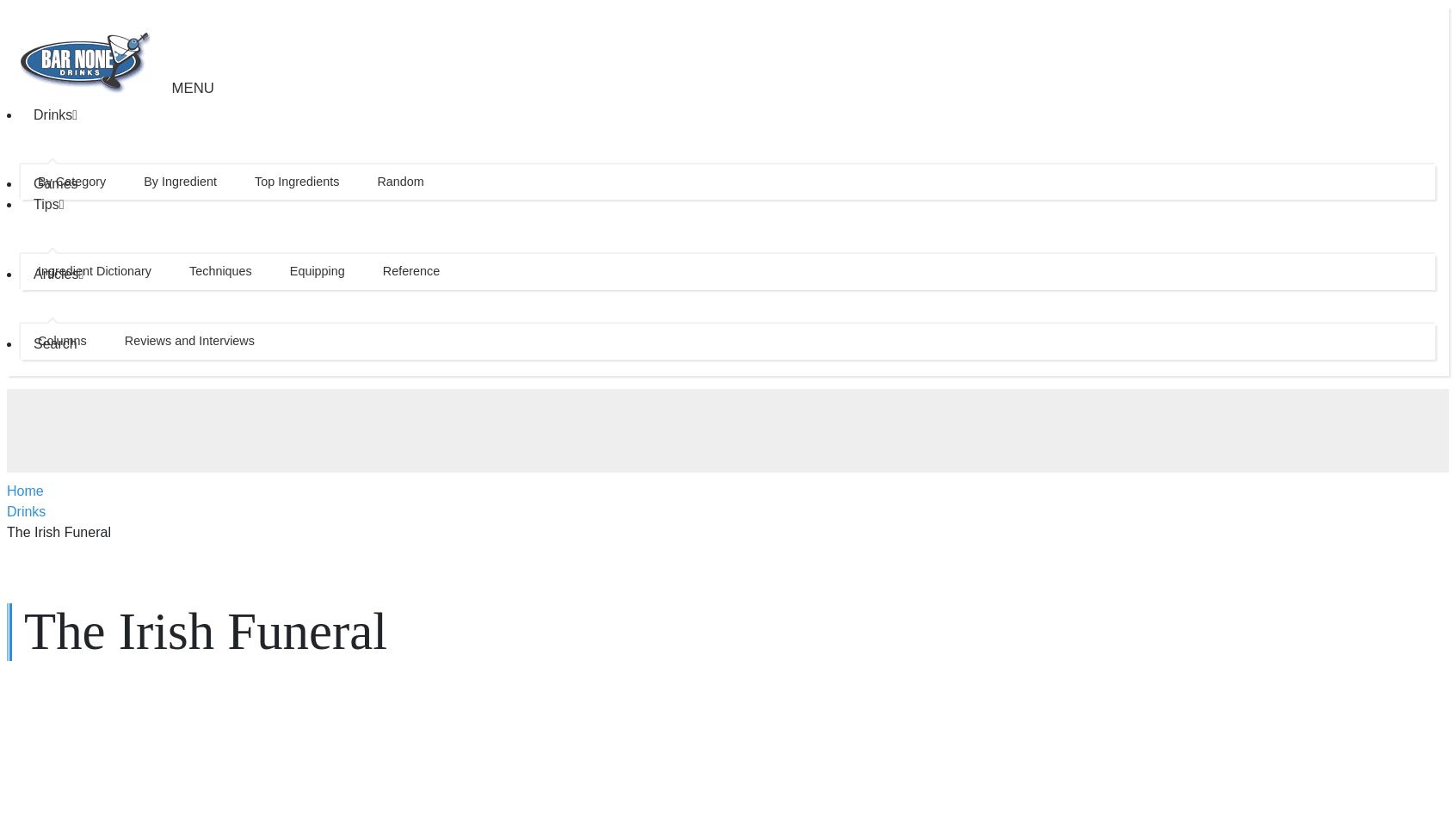 This screenshot has height=840, width=1456. Describe the element at coordinates (53, 342) in the screenshot. I see `'Search'` at that location.